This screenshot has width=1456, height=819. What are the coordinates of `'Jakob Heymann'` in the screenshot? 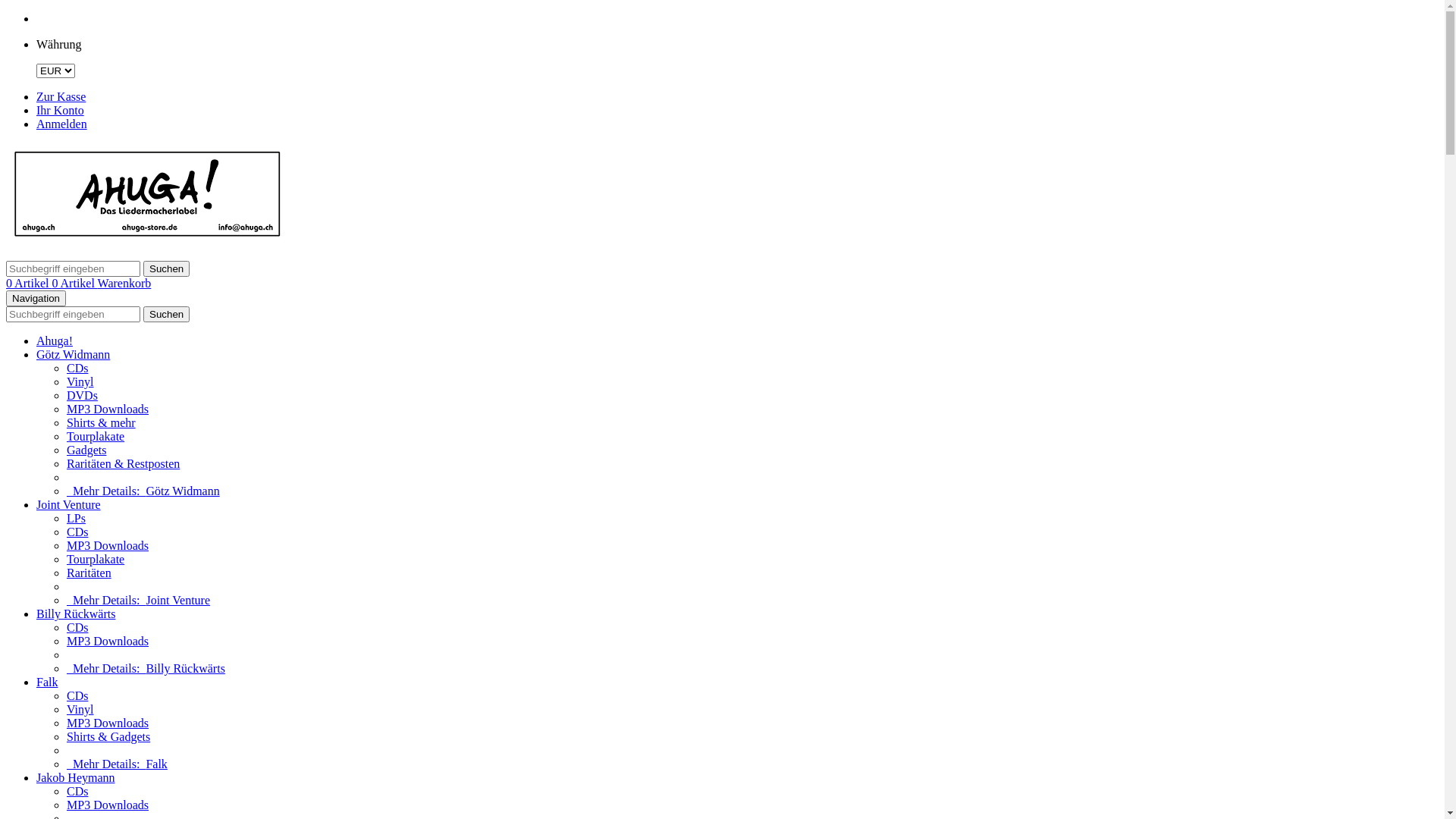 It's located at (75, 777).